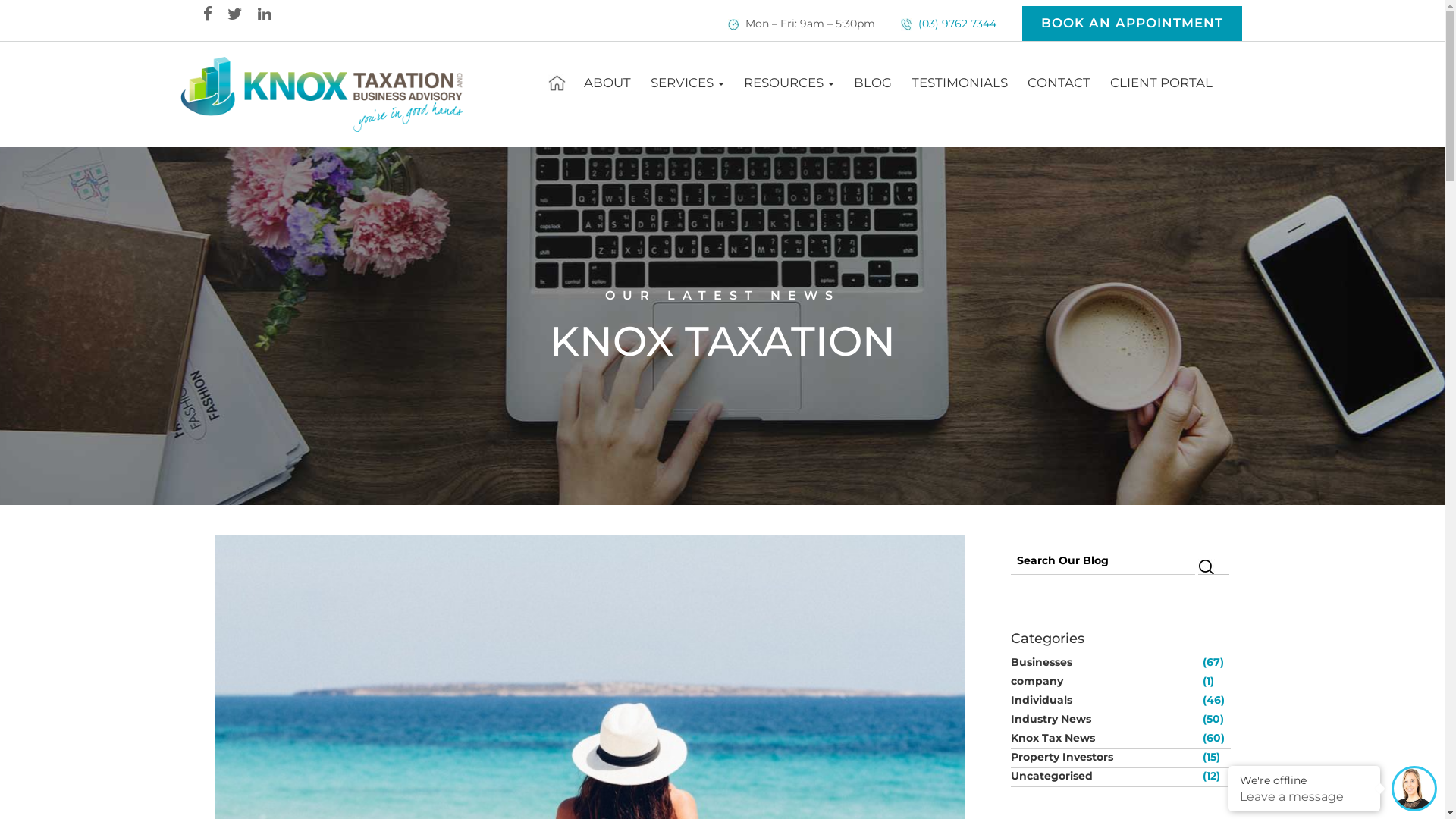  I want to click on 'RESOURCES', so click(789, 82).